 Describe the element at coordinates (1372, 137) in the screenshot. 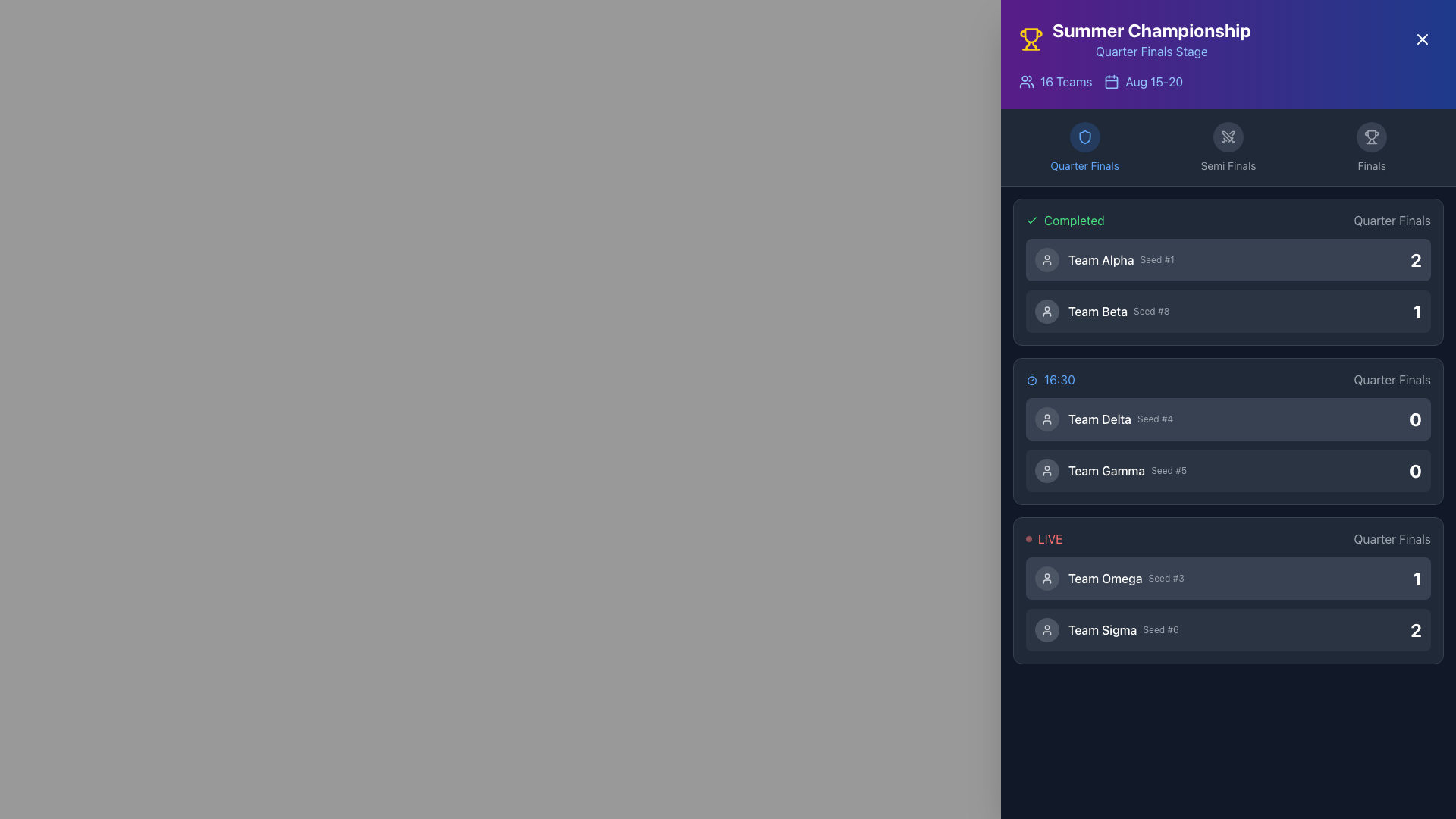

I see `the circular trophy icon located in the horizontal menu bar` at that location.